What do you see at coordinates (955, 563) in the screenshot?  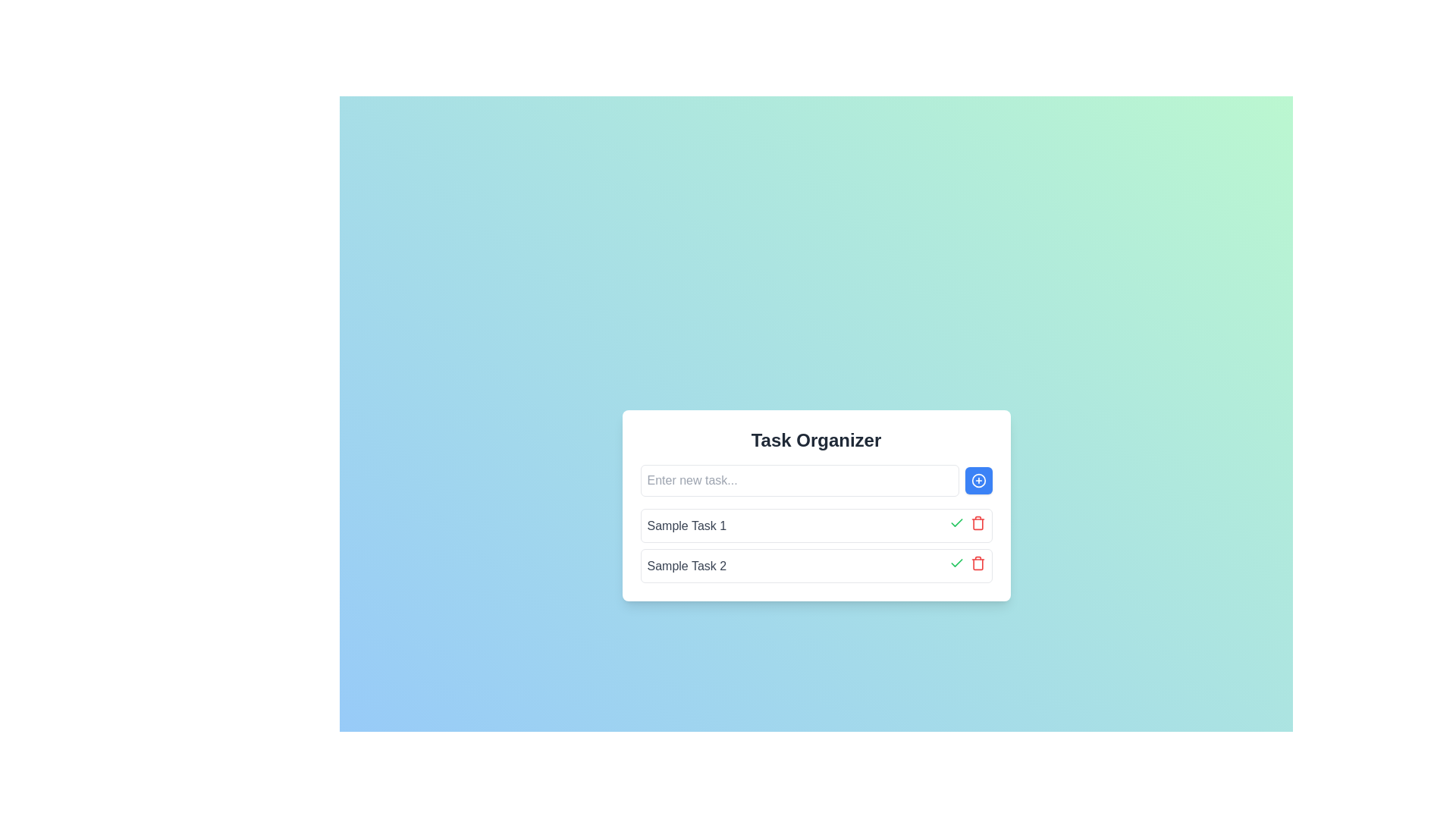 I see `the check icon located to the right side of the task row labeled 'Sample Task 1'` at bounding box center [955, 563].